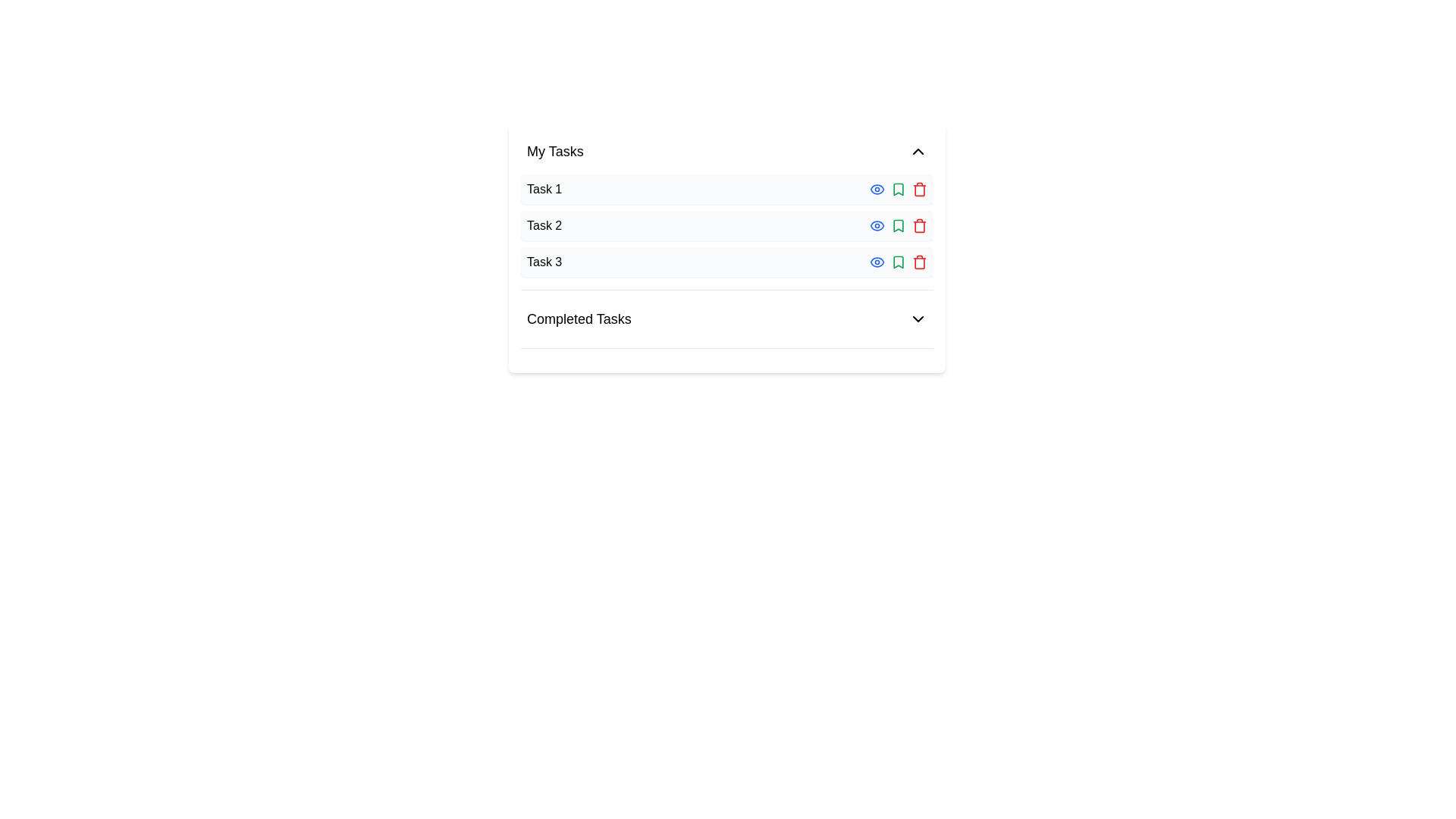  I want to click on the chevron-shaped dropdown indicator icon located at the far right side of the 'My Tasks' label, so click(917, 152).